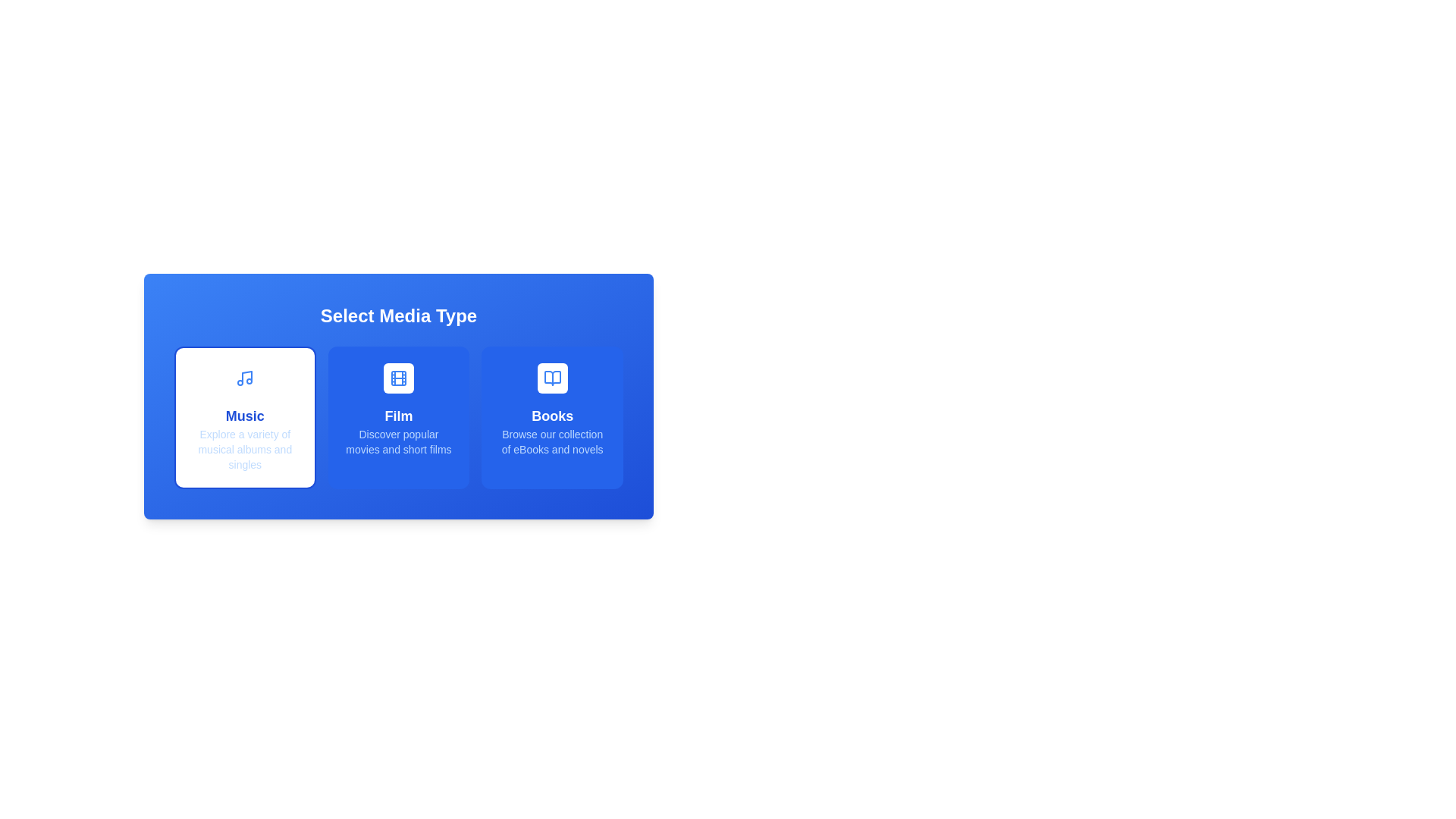  Describe the element at coordinates (398, 377) in the screenshot. I see `the square-shaped button with a white background and blue border that contains a blue film icon, positioned centrally in the 'Film' panel` at that location.